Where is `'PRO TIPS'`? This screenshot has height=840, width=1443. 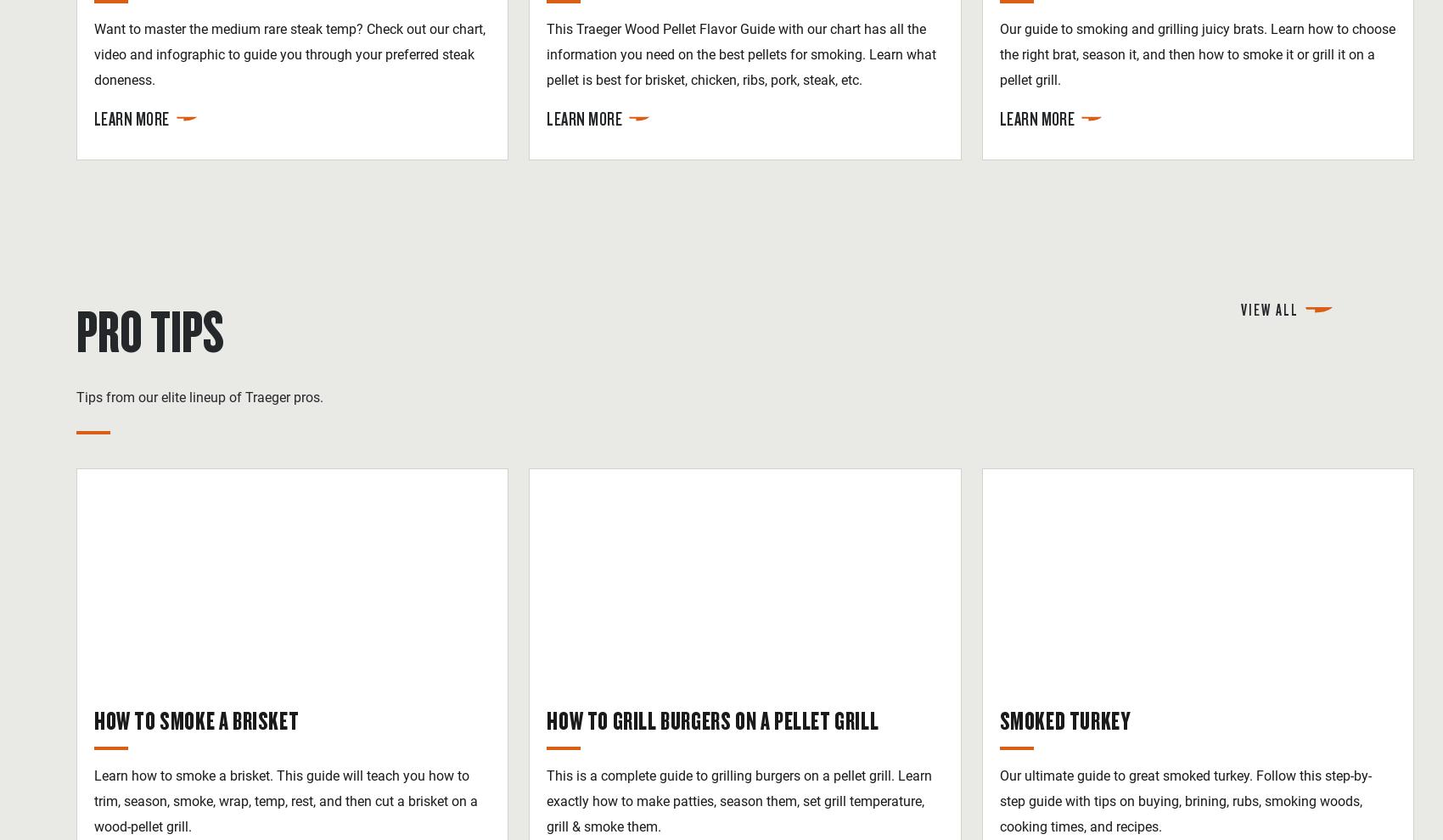 'PRO TIPS' is located at coordinates (76, 329).